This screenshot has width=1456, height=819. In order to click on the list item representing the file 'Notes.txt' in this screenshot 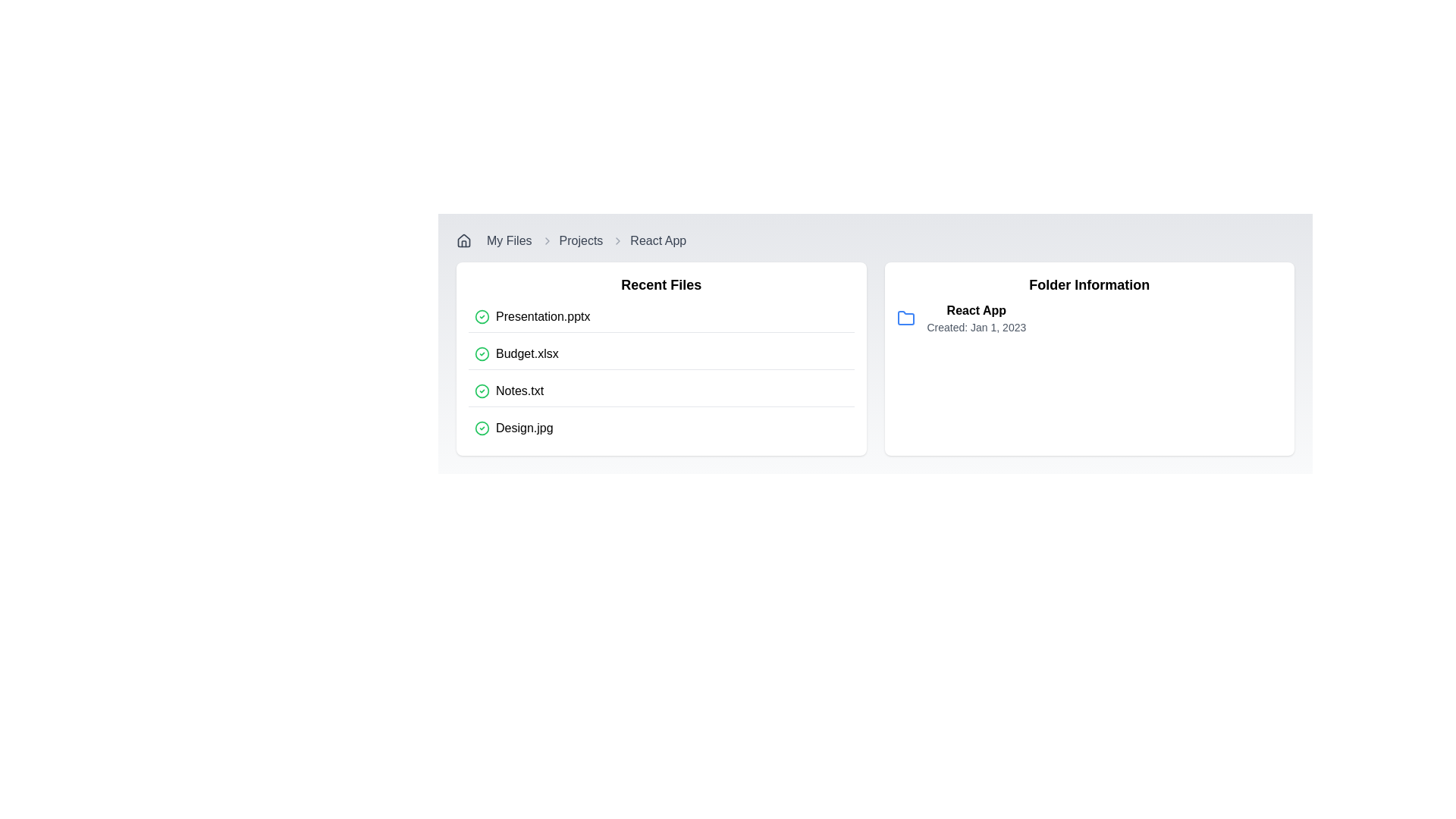, I will do `click(661, 391)`.